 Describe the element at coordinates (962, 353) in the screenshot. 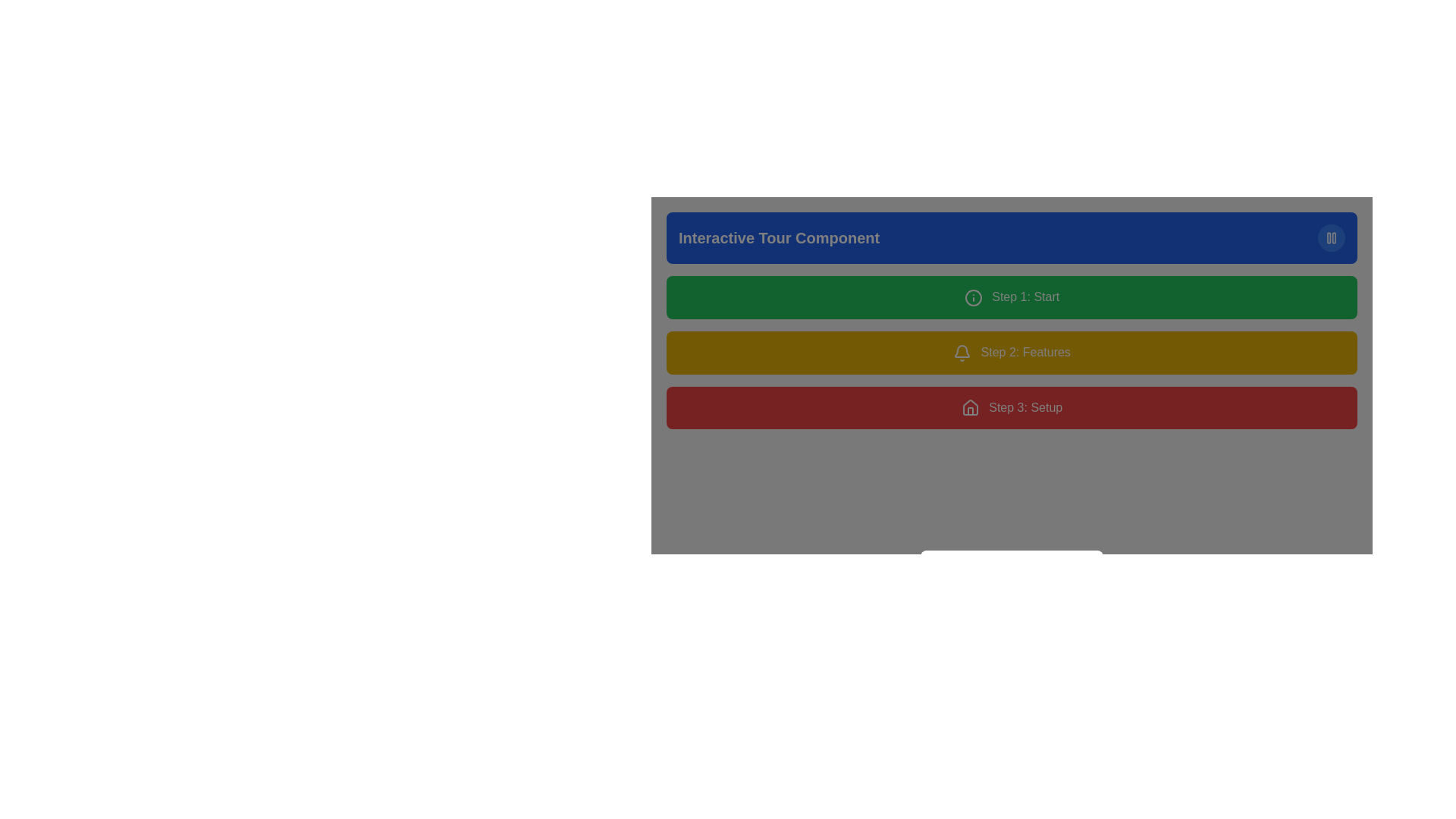

I see `the bell icon indicating notifications for the 'Step 2: Features' section, located in the yellow rectangular block` at that location.